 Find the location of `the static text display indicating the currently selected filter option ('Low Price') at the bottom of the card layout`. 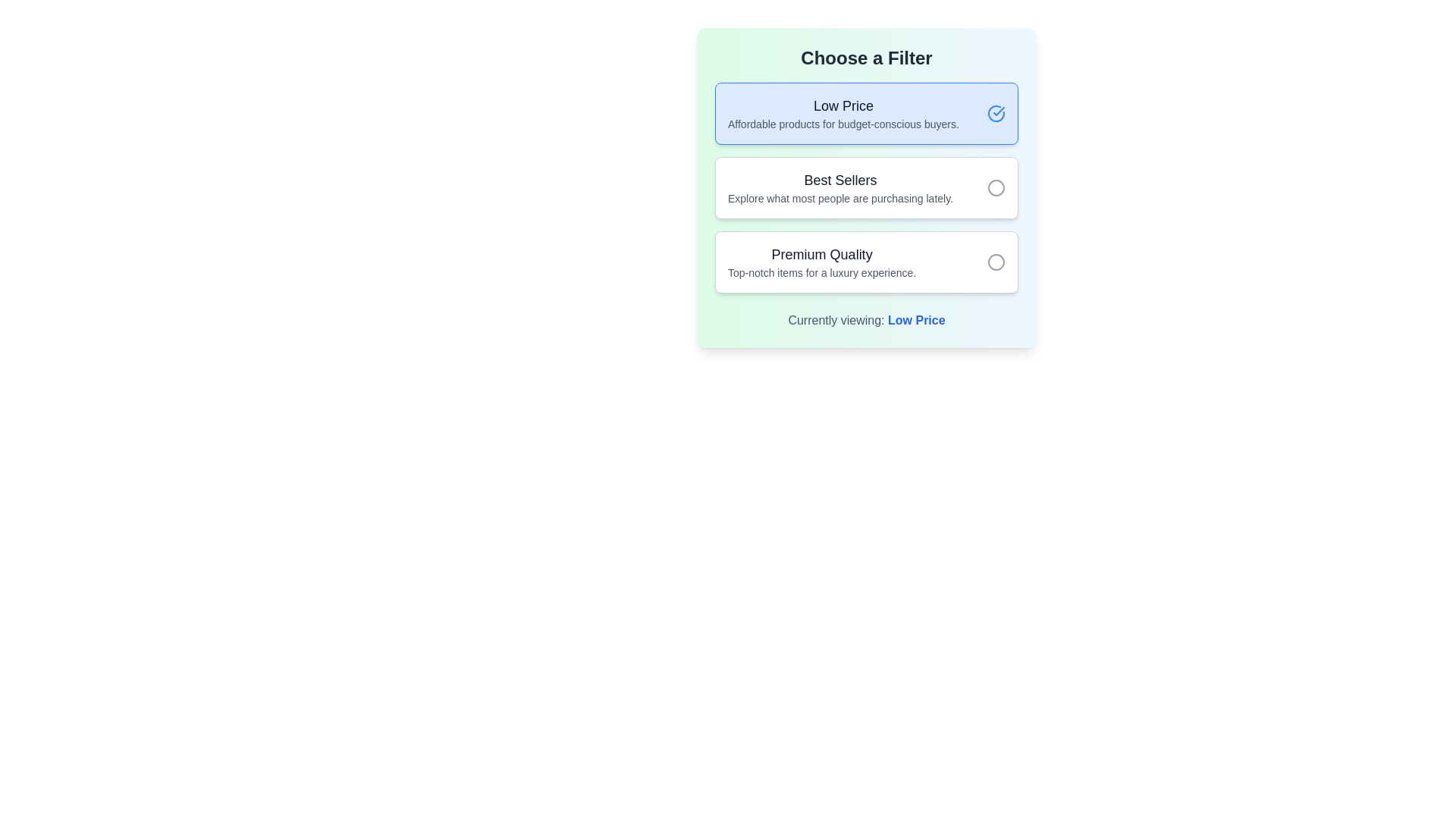

the static text display indicating the currently selected filter option ('Low Price') at the bottom of the card layout is located at coordinates (866, 320).